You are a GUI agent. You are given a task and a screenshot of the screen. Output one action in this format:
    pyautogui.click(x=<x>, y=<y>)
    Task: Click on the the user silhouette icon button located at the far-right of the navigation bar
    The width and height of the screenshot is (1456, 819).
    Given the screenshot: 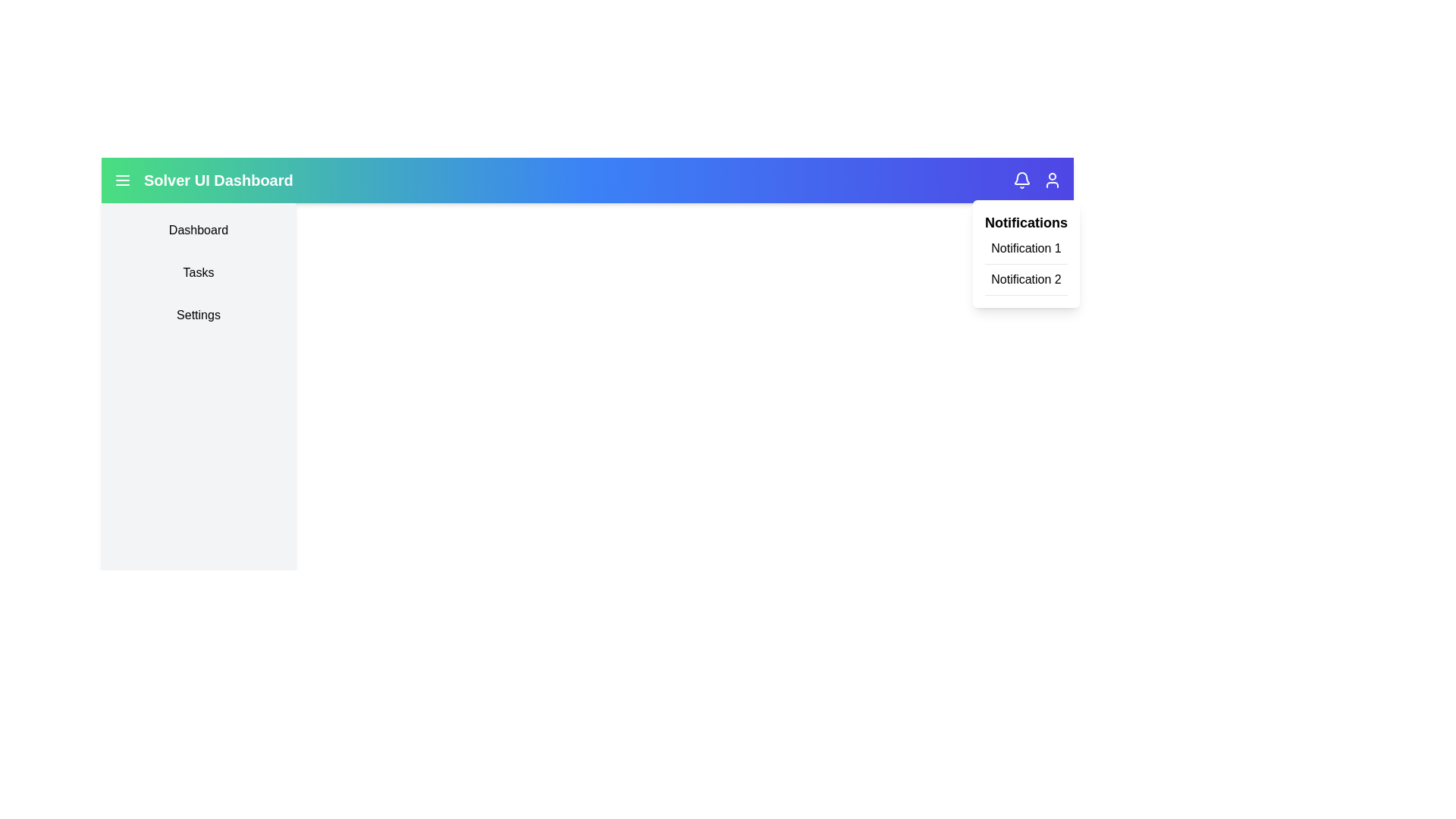 What is the action you would take?
    pyautogui.click(x=1051, y=180)
    